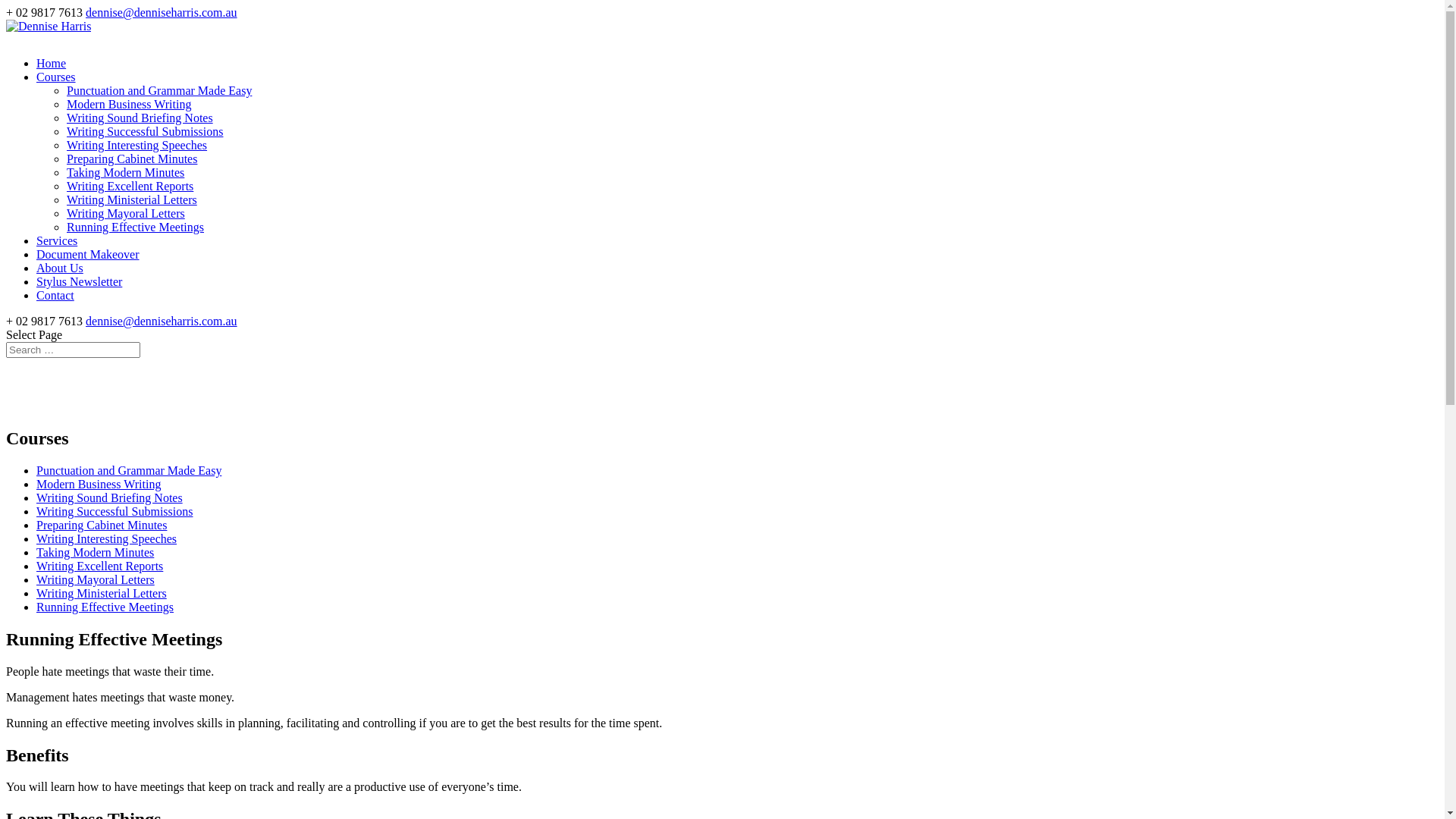 The height and width of the screenshot is (819, 1456). I want to click on 'dennise@denniseharris.com.au', so click(161, 12).